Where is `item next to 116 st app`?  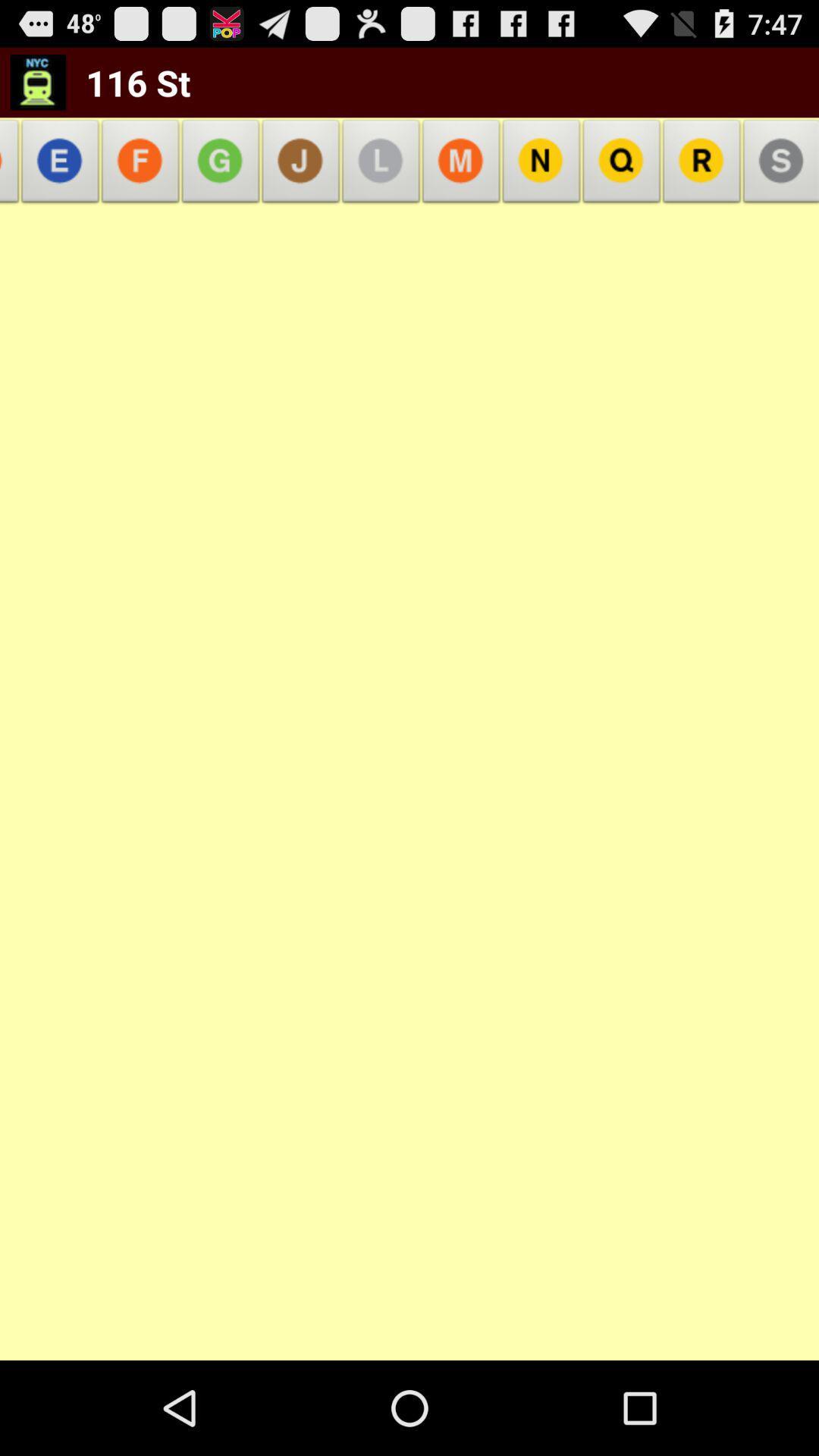
item next to 116 st app is located at coordinates (13, 165).